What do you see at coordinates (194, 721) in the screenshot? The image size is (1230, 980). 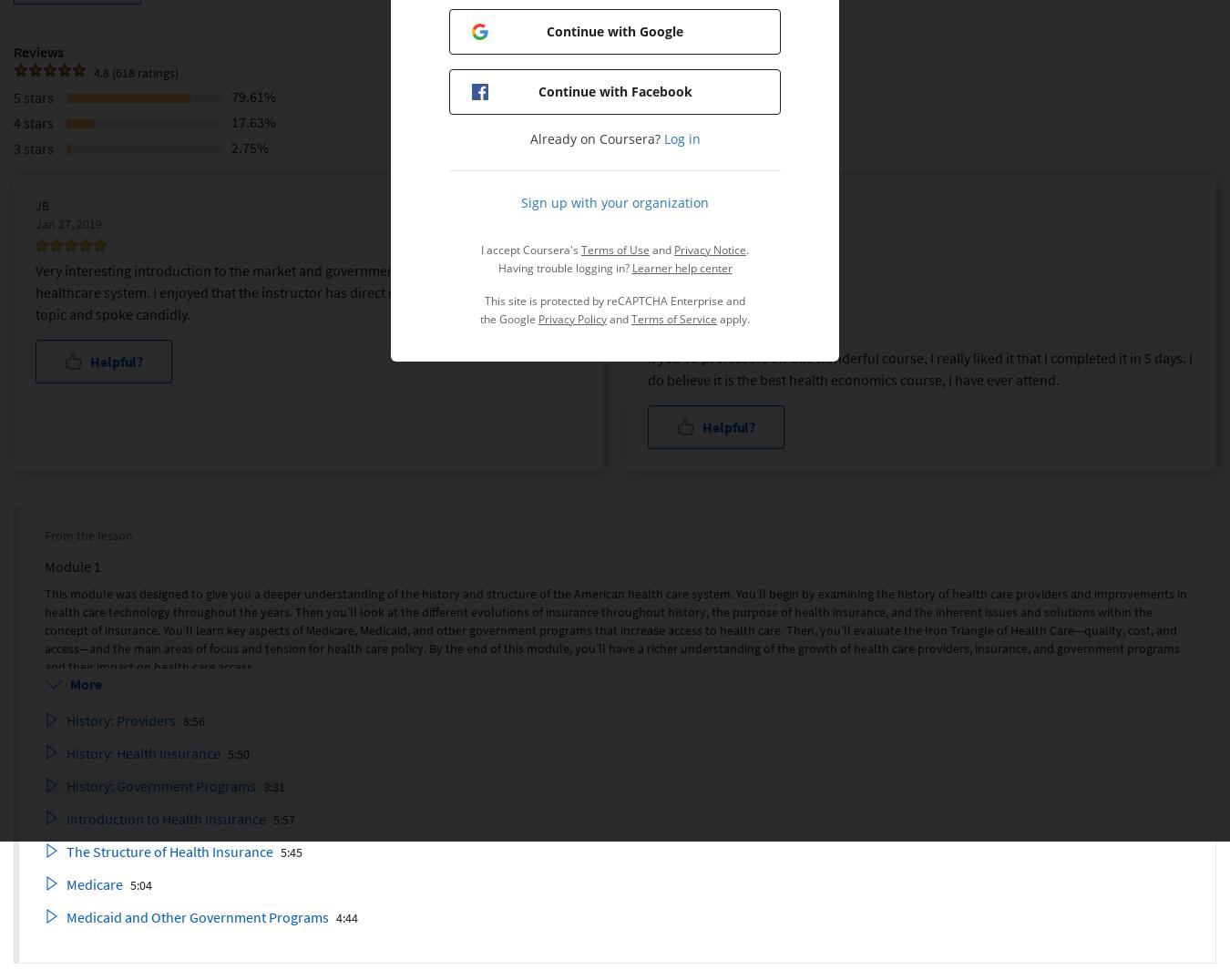 I see `'8:56'` at bounding box center [194, 721].